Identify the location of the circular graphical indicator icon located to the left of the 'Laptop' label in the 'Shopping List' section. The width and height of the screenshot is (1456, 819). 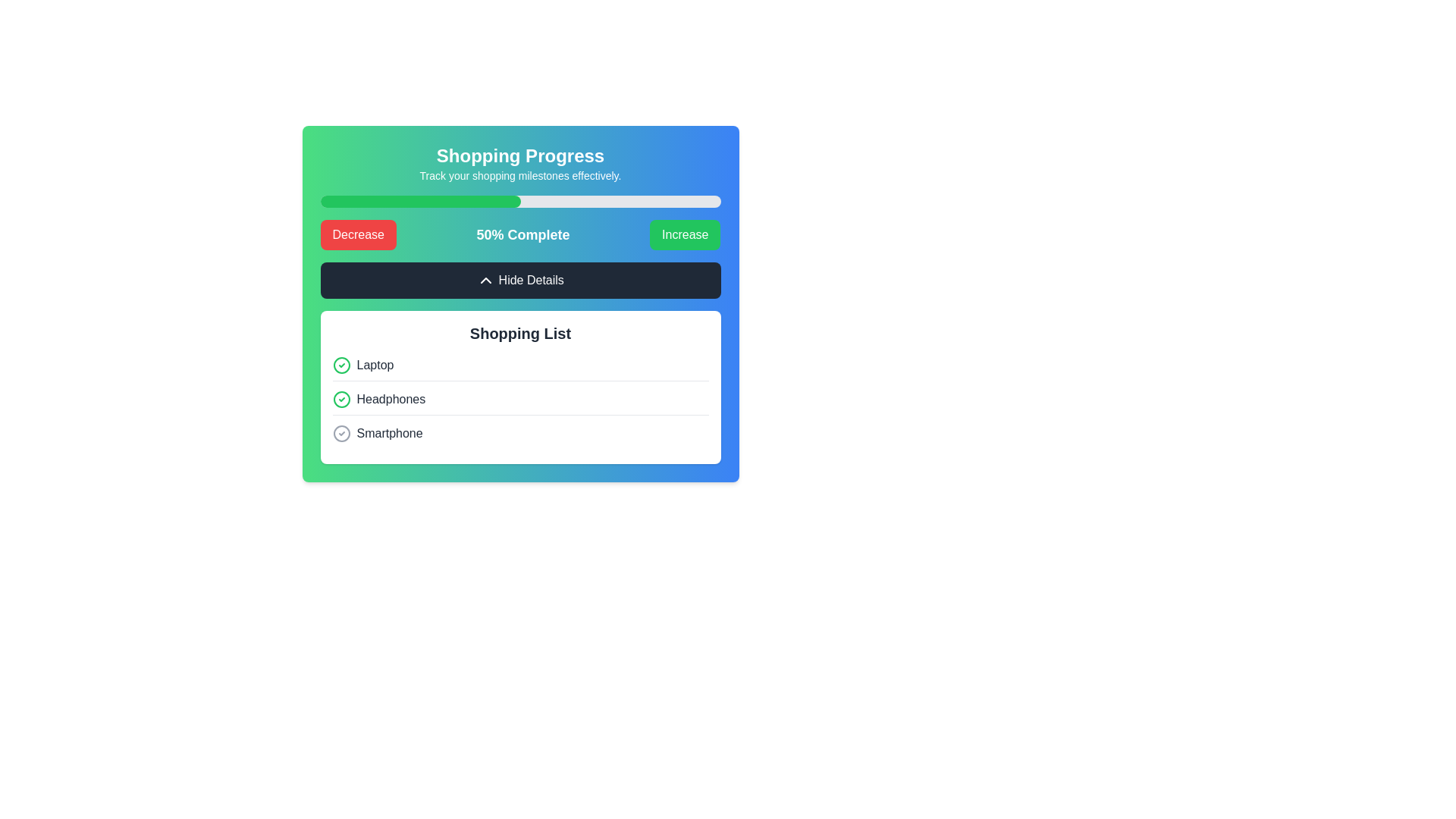
(340, 366).